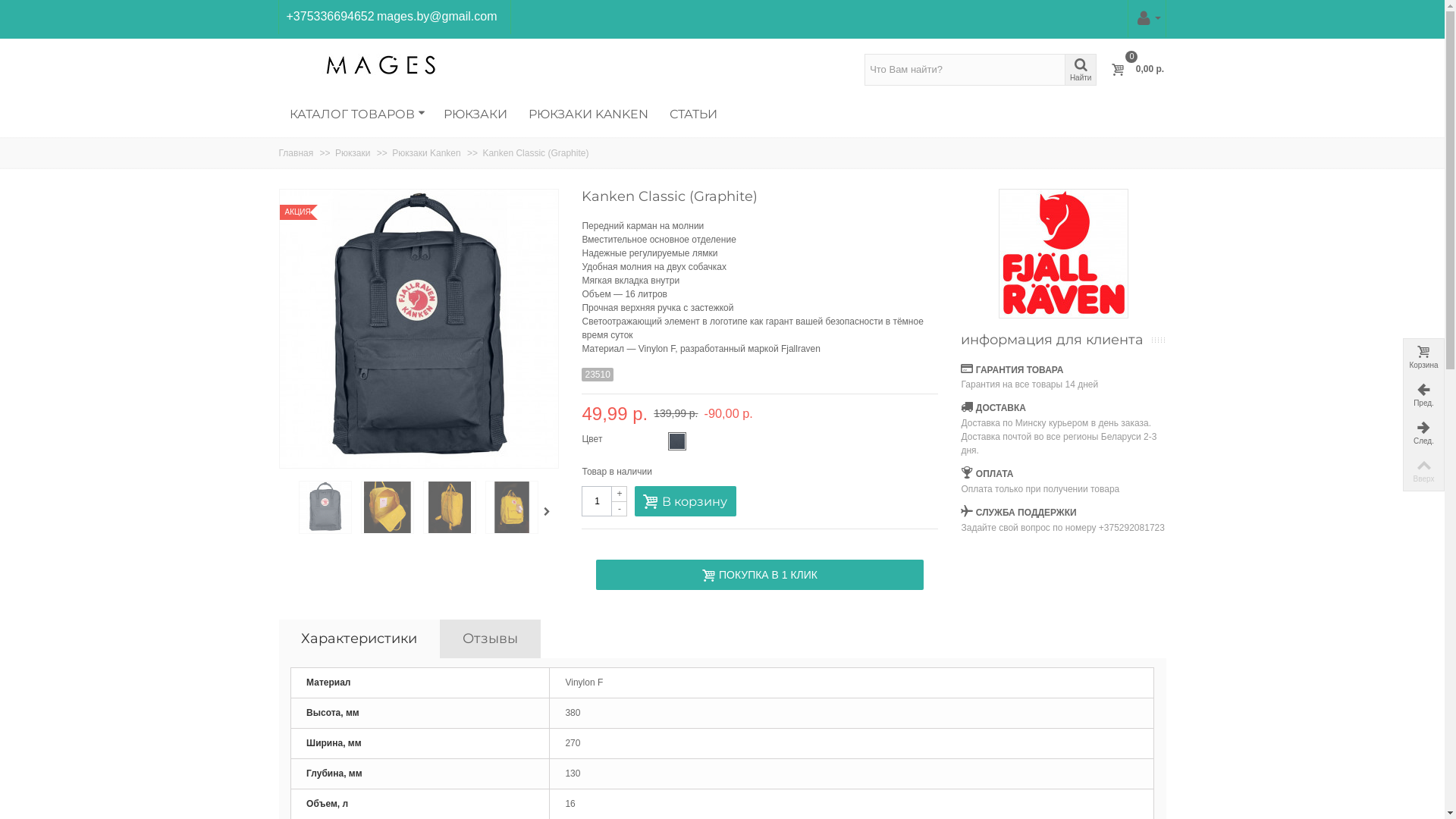 Image resolution: width=1456 pixels, height=819 pixels. What do you see at coordinates (330, 17) in the screenshot?
I see `'+375336694652'` at bounding box center [330, 17].